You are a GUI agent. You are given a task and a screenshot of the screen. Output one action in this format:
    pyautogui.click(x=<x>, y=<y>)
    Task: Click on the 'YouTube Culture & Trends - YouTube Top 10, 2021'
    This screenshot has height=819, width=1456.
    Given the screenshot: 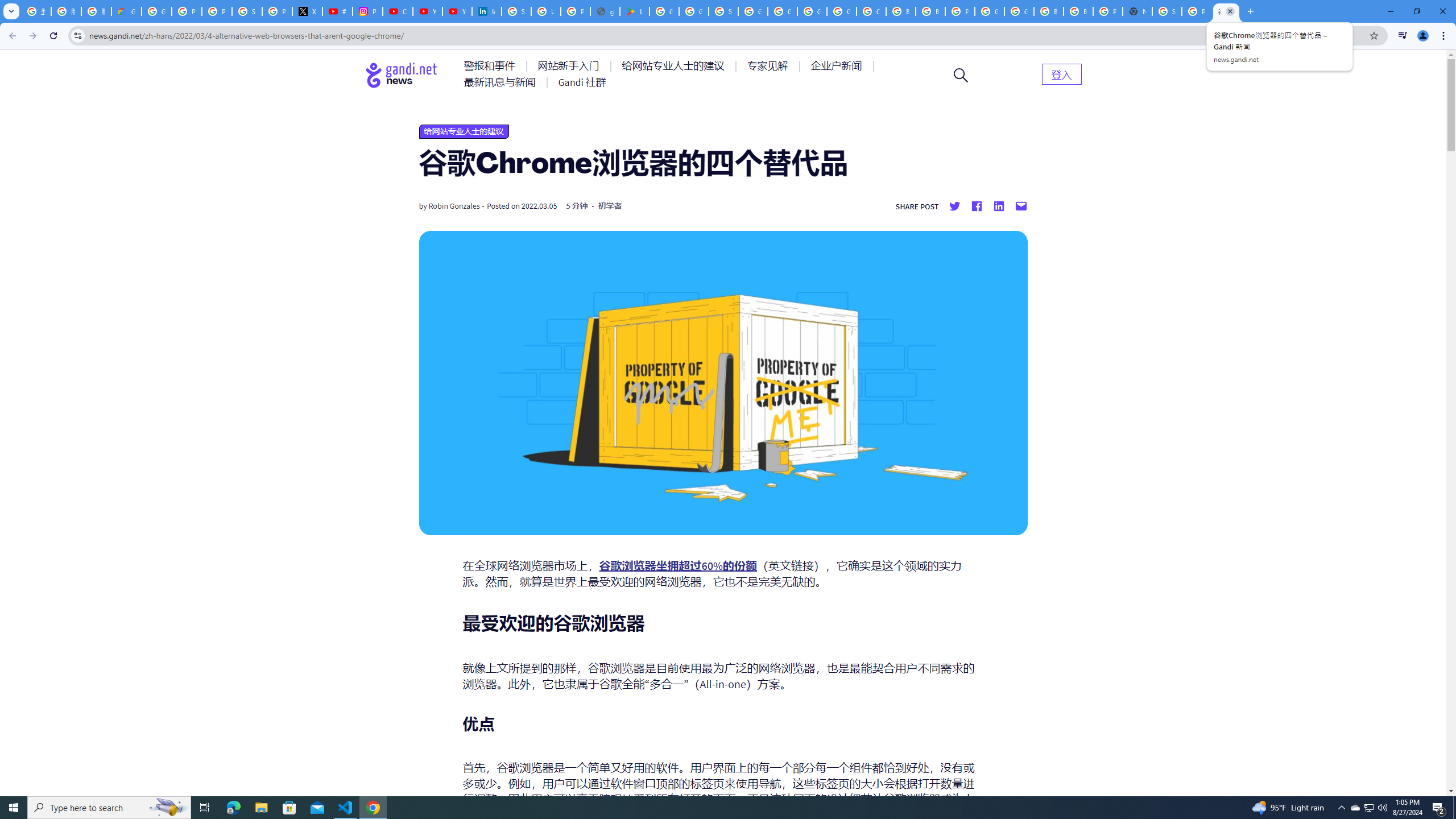 What is the action you would take?
    pyautogui.click(x=457, y=11)
    